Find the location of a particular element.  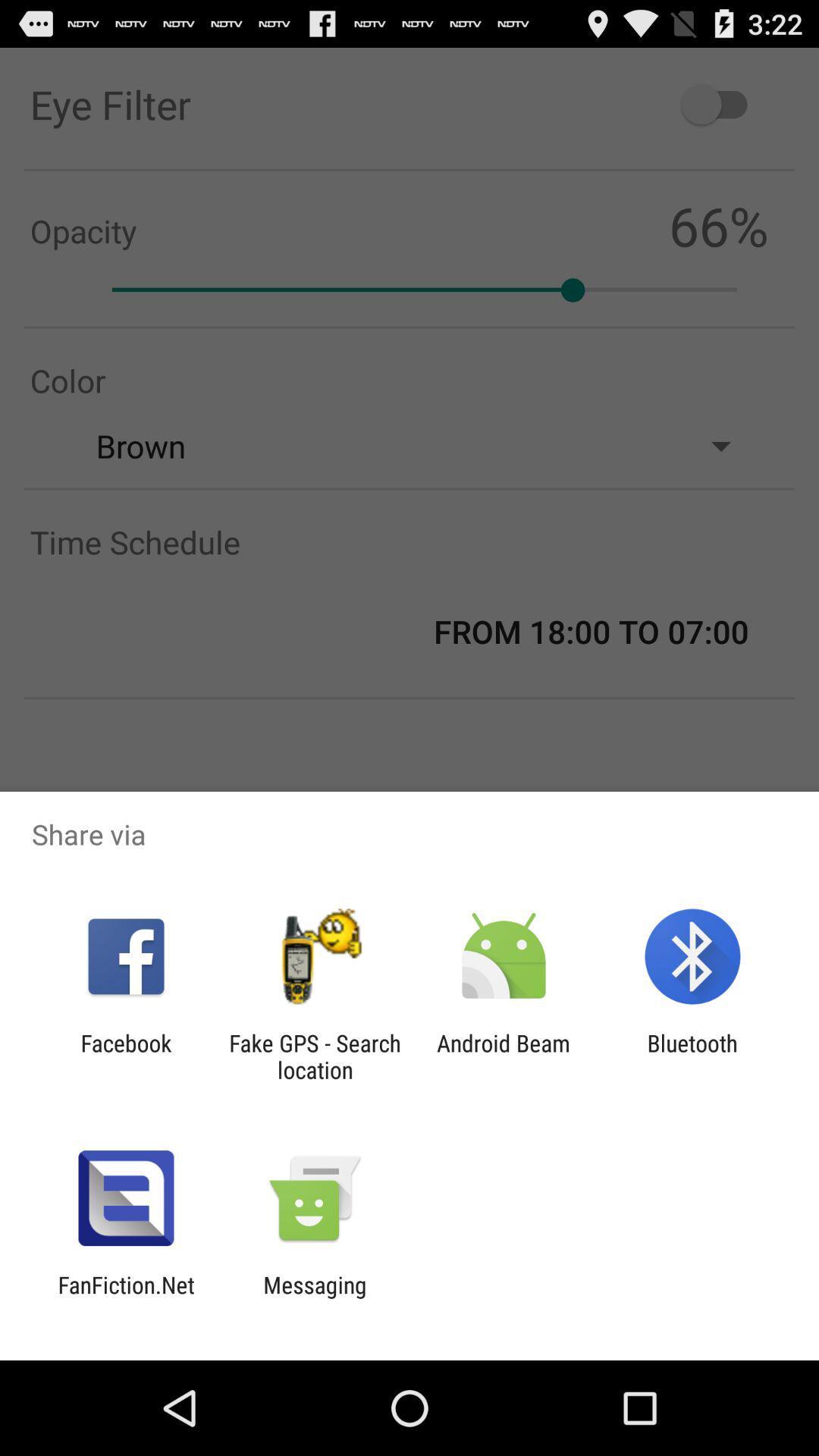

fanfiction.net item is located at coordinates (125, 1298).